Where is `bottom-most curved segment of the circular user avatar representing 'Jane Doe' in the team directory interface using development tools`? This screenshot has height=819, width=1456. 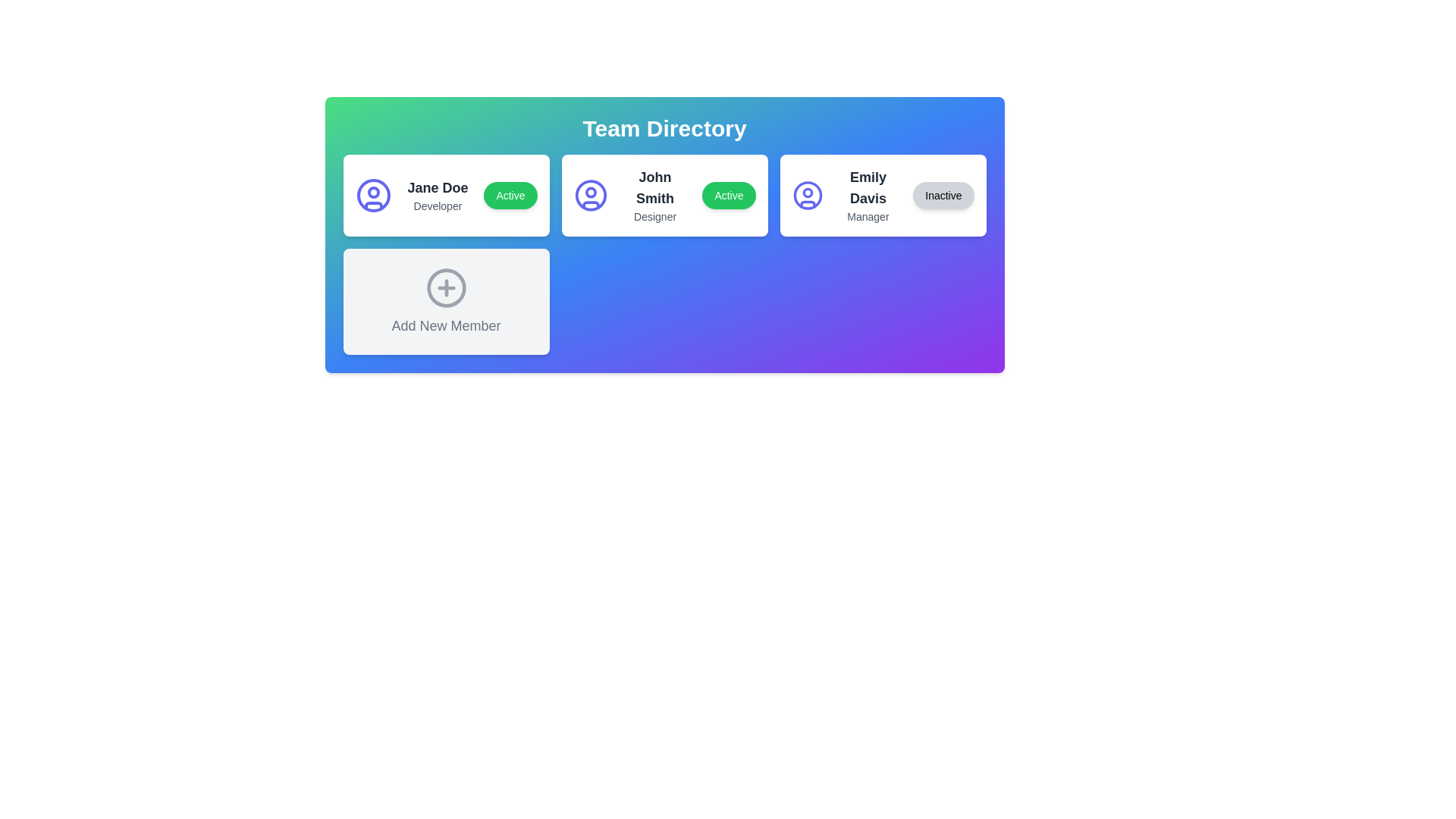
bottom-most curved segment of the circular user avatar representing 'Jane Doe' in the team directory interface using development tools is located at coordinates (373, 206).